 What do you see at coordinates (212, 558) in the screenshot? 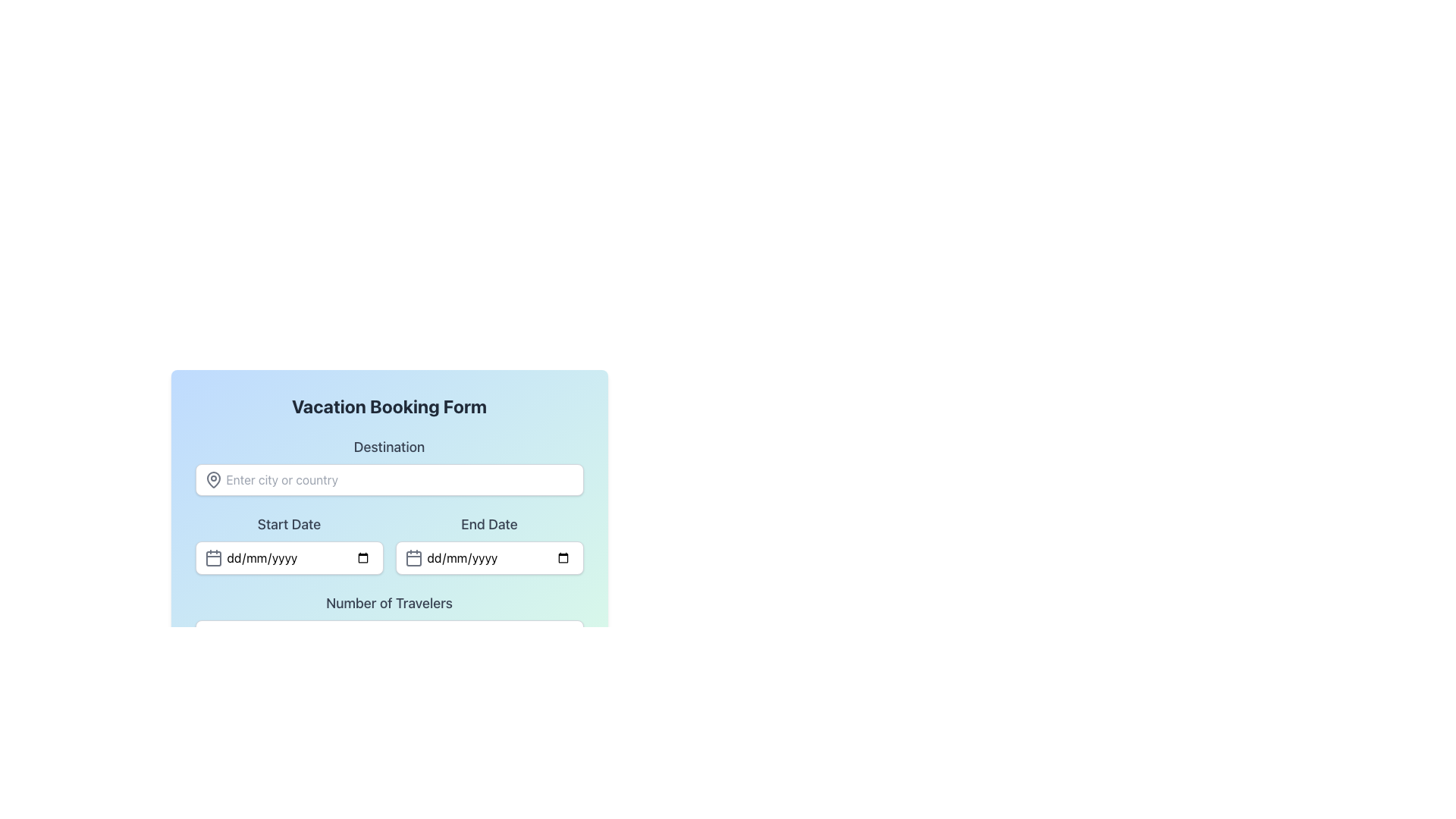
I see `the rectangular calendar-like SVG shape element located to the left of the 'Start Date' input field in the Vacation Booking Form` at bounding box center [212, 558].